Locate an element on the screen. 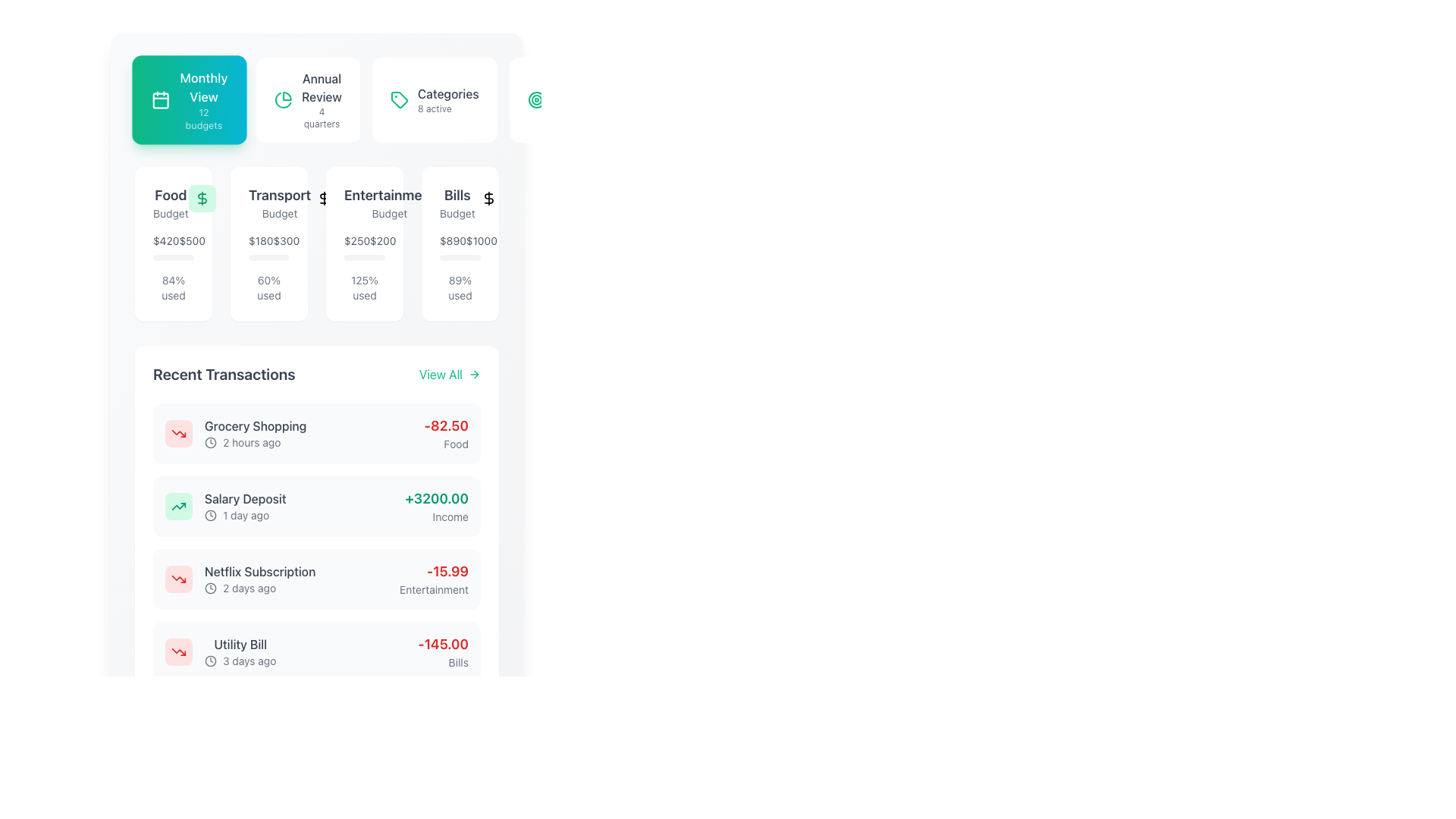 This screenshot has height=819, width=1456. the compact, slender clock icon located to the left of the '1 day ago' text in the 'Recent Transactions' section, specifically associated with the 'Salary Deposit' transaction row is located at coordinates (210, 514).